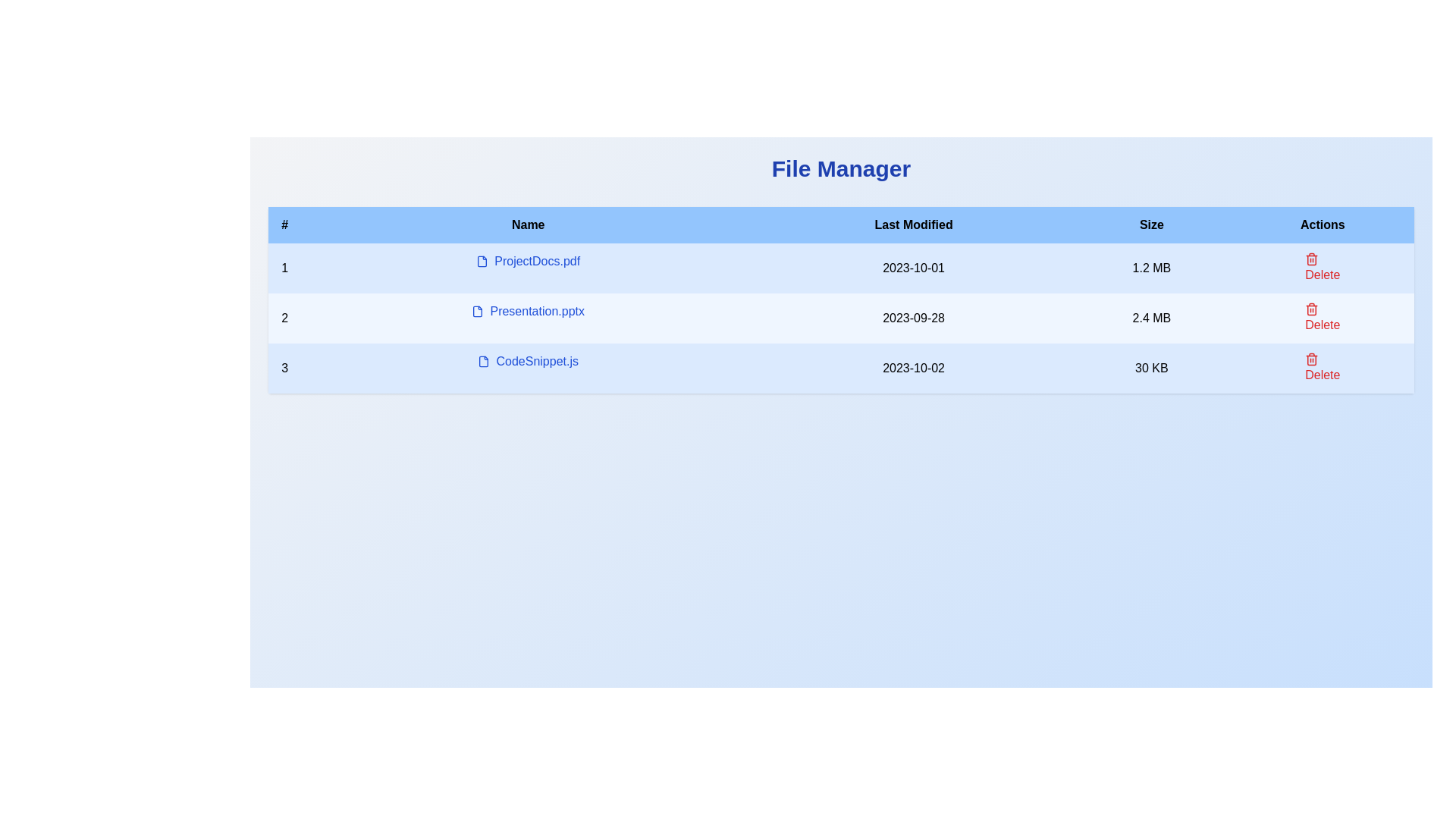 This screenshot has width=1456, height=819. I want to click on the text node displaying the last modification date for the file 'CodeSnippet.js' located in the 'Last Modified' column of the third row in the table, so click(913, 369).